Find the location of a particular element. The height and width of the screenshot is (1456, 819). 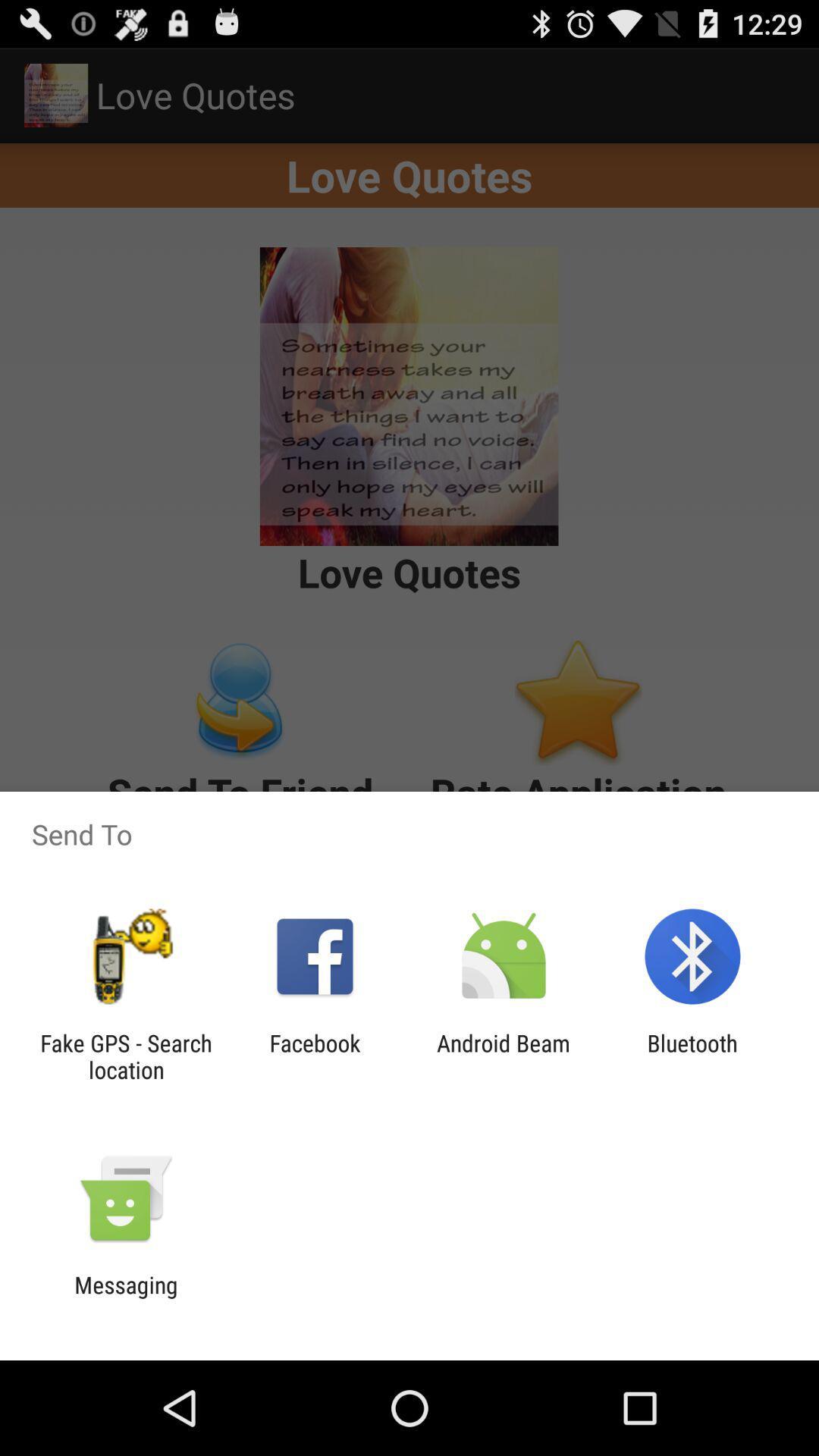

fake gps search icon is located at coordinates (125, 1056).